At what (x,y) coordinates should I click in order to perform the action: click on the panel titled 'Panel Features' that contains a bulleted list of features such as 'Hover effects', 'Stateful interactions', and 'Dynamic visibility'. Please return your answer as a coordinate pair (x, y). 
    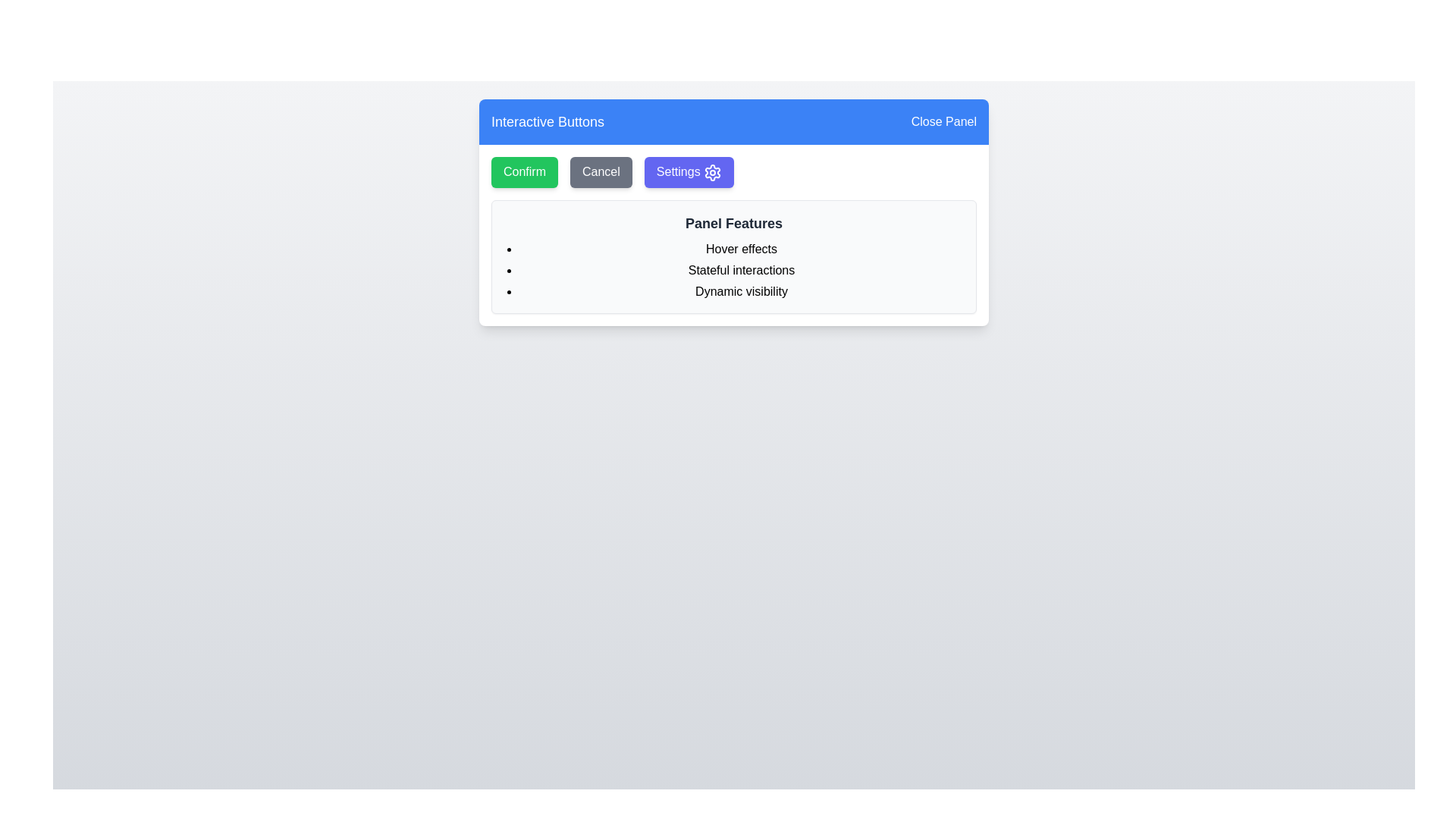
    Looking at the image, I should click on (734, 256).